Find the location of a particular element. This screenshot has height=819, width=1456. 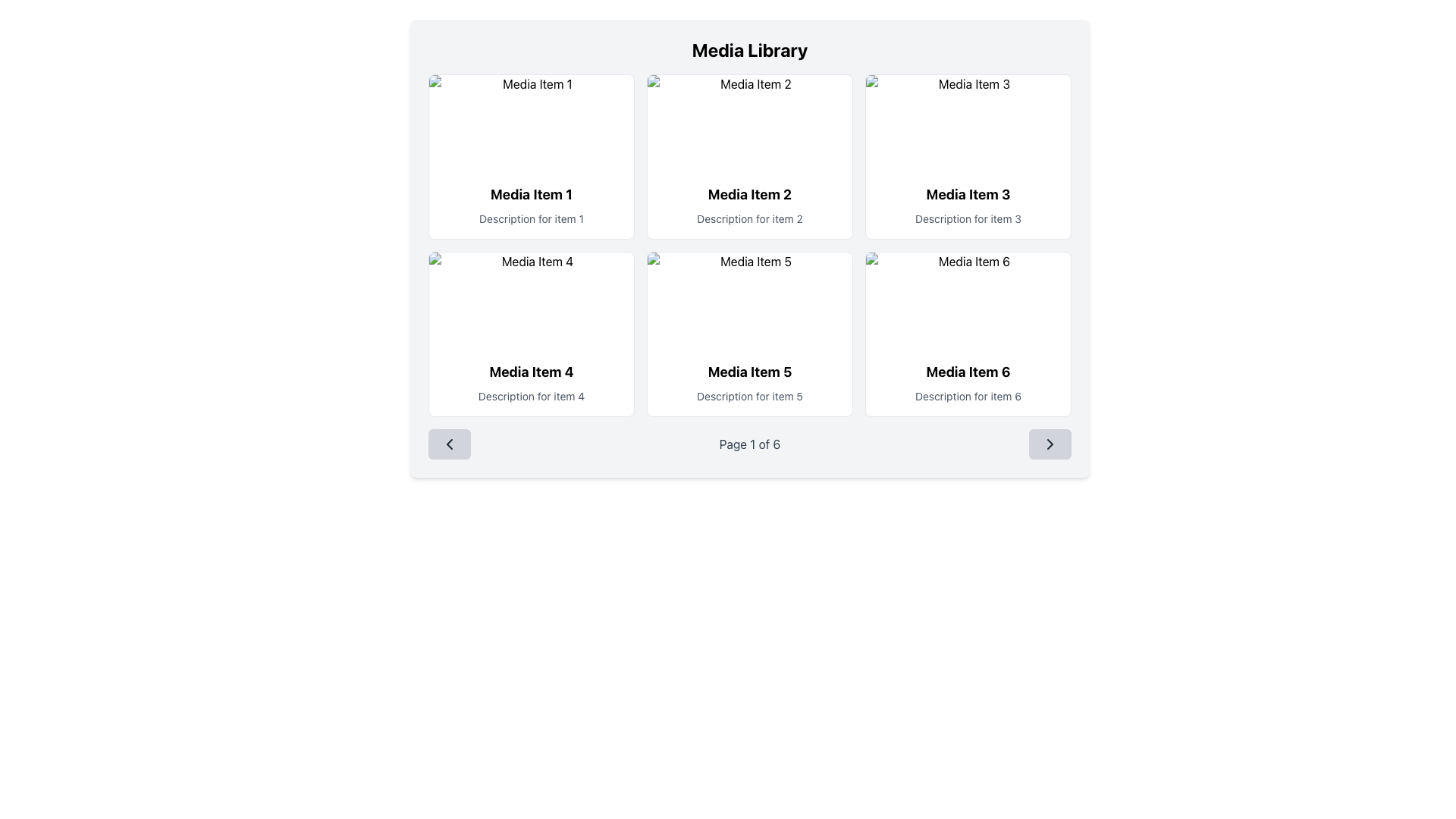

the rightmost navigation button in the bottom-right corner of the interface is located at coordinates (1050, 444).